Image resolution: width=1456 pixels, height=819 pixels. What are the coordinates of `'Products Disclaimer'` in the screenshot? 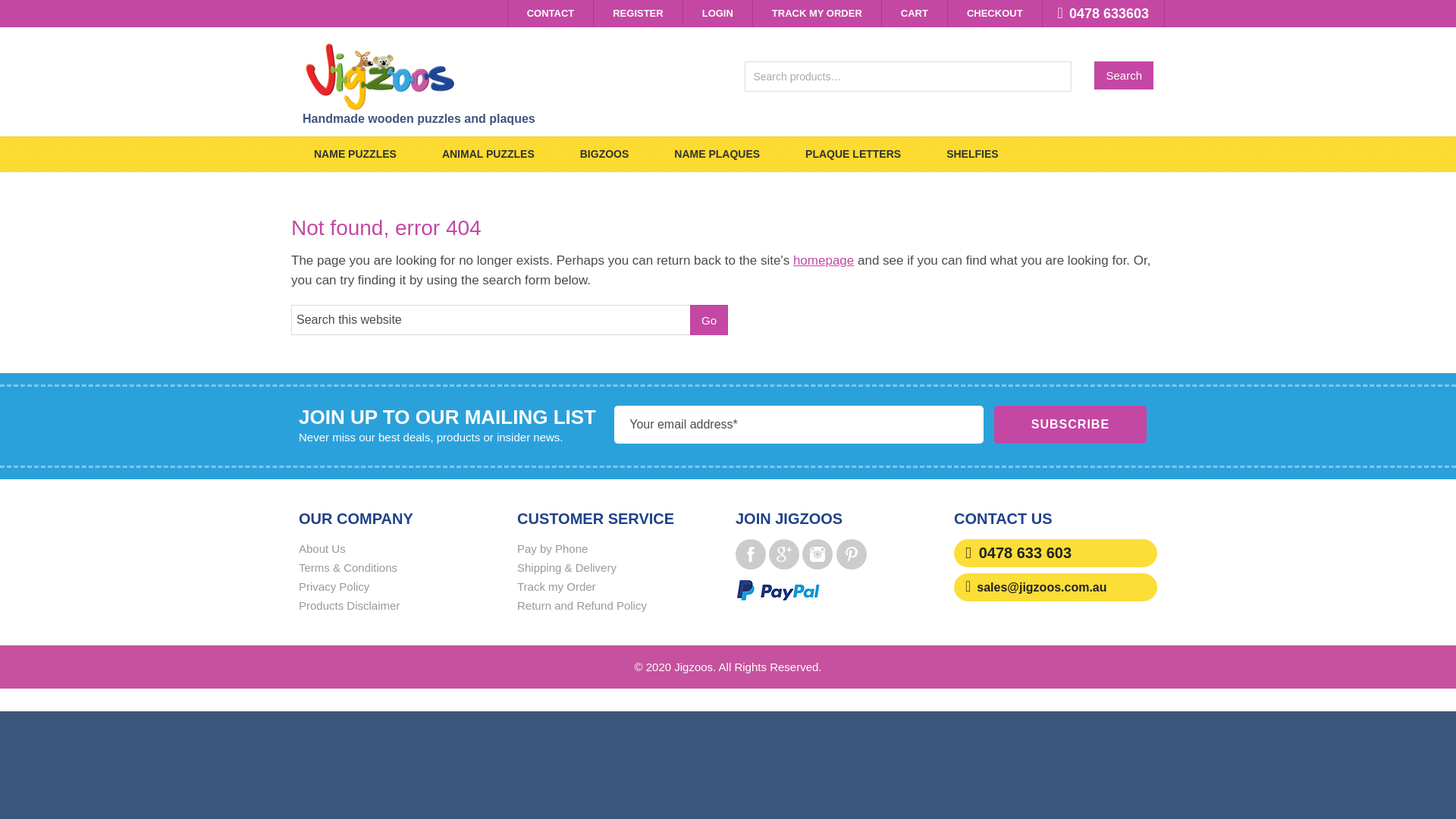 It's located at (348, 604).